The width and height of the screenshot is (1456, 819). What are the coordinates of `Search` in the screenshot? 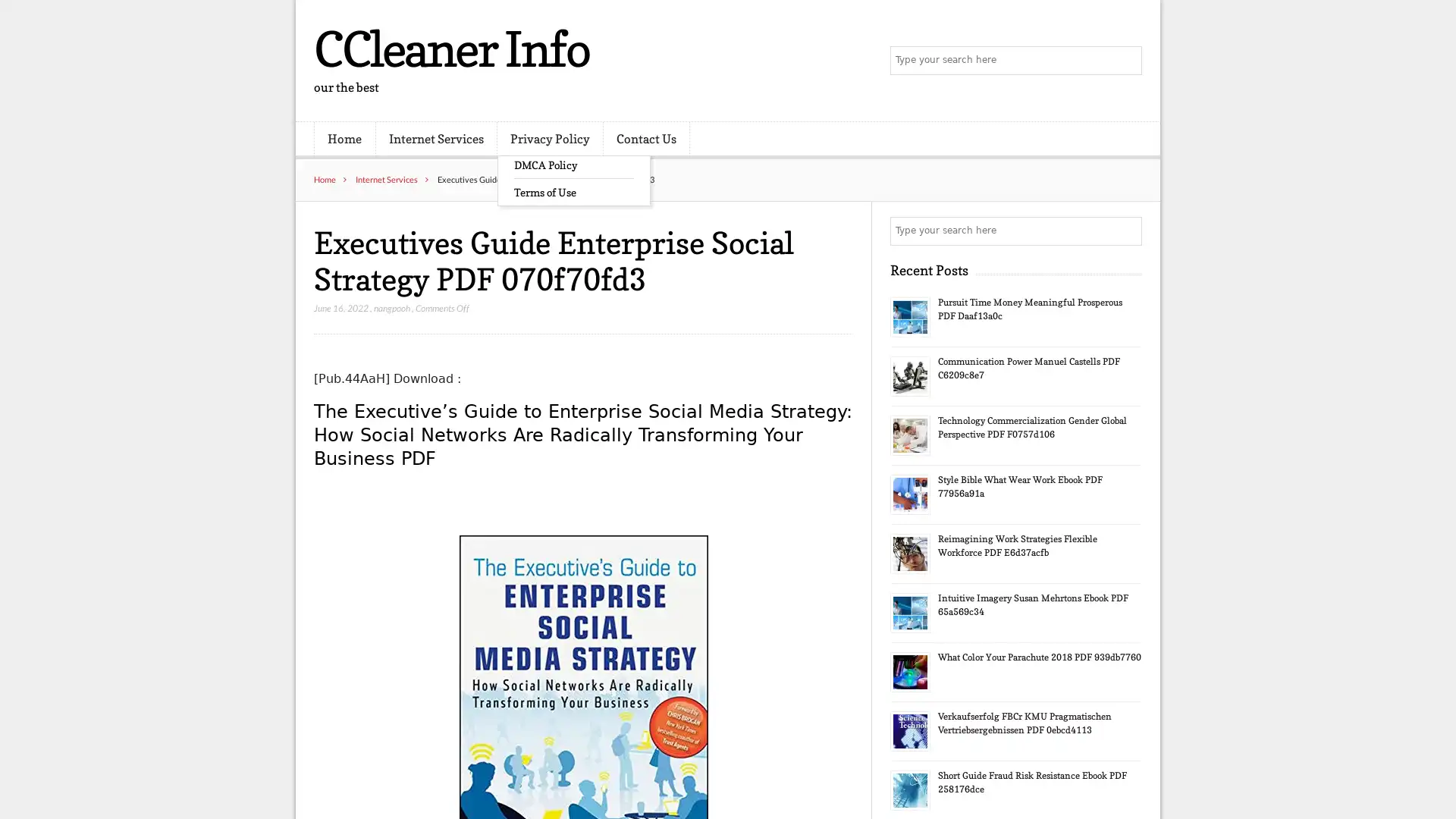 It's located at (1126, 61).